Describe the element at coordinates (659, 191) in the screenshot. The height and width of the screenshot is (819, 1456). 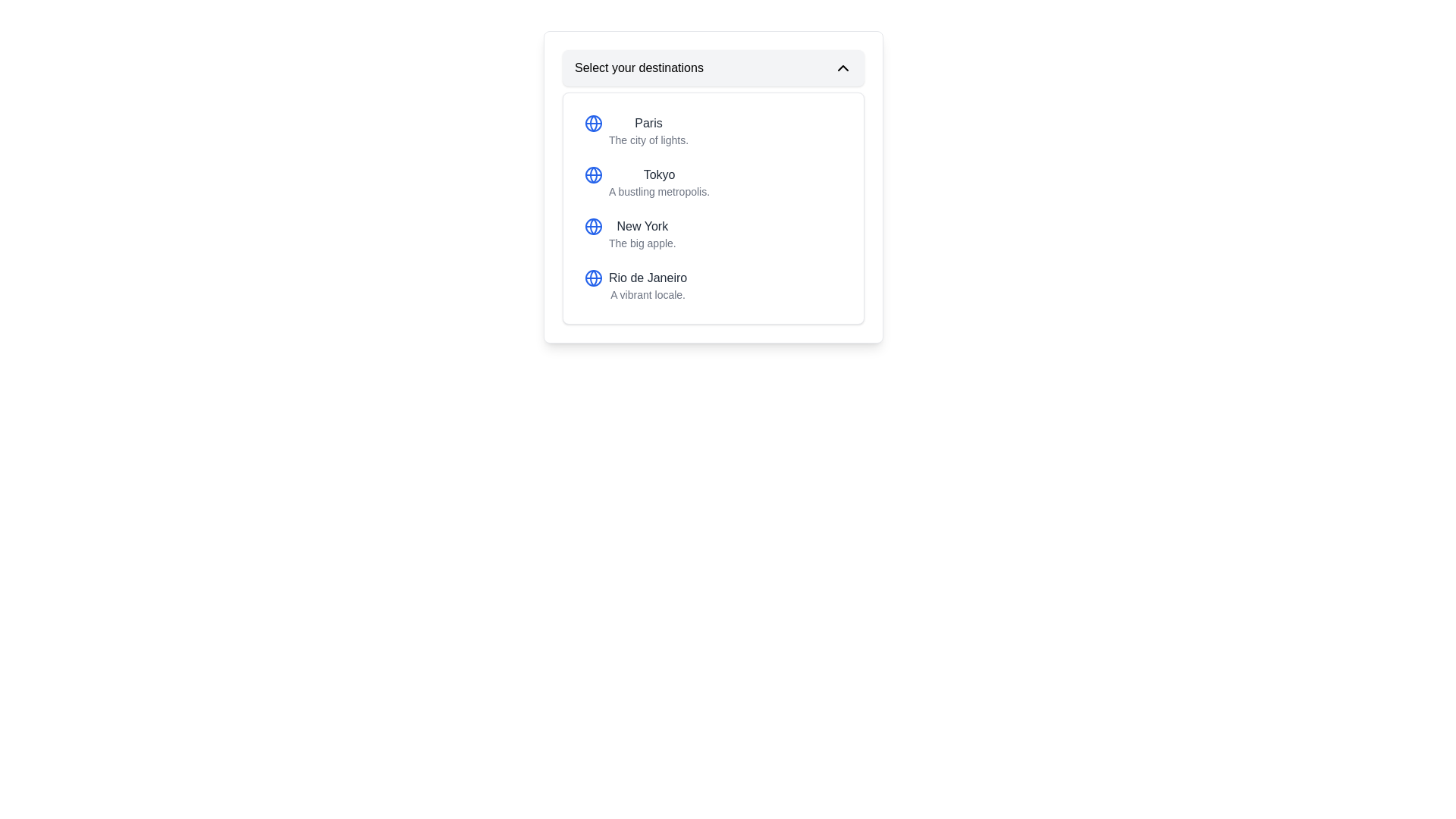
I see `the line of text displaying 'A bustling metropolis.' located beneath the bold text 'Tokyo' in the list panel of city destinations` at that location.